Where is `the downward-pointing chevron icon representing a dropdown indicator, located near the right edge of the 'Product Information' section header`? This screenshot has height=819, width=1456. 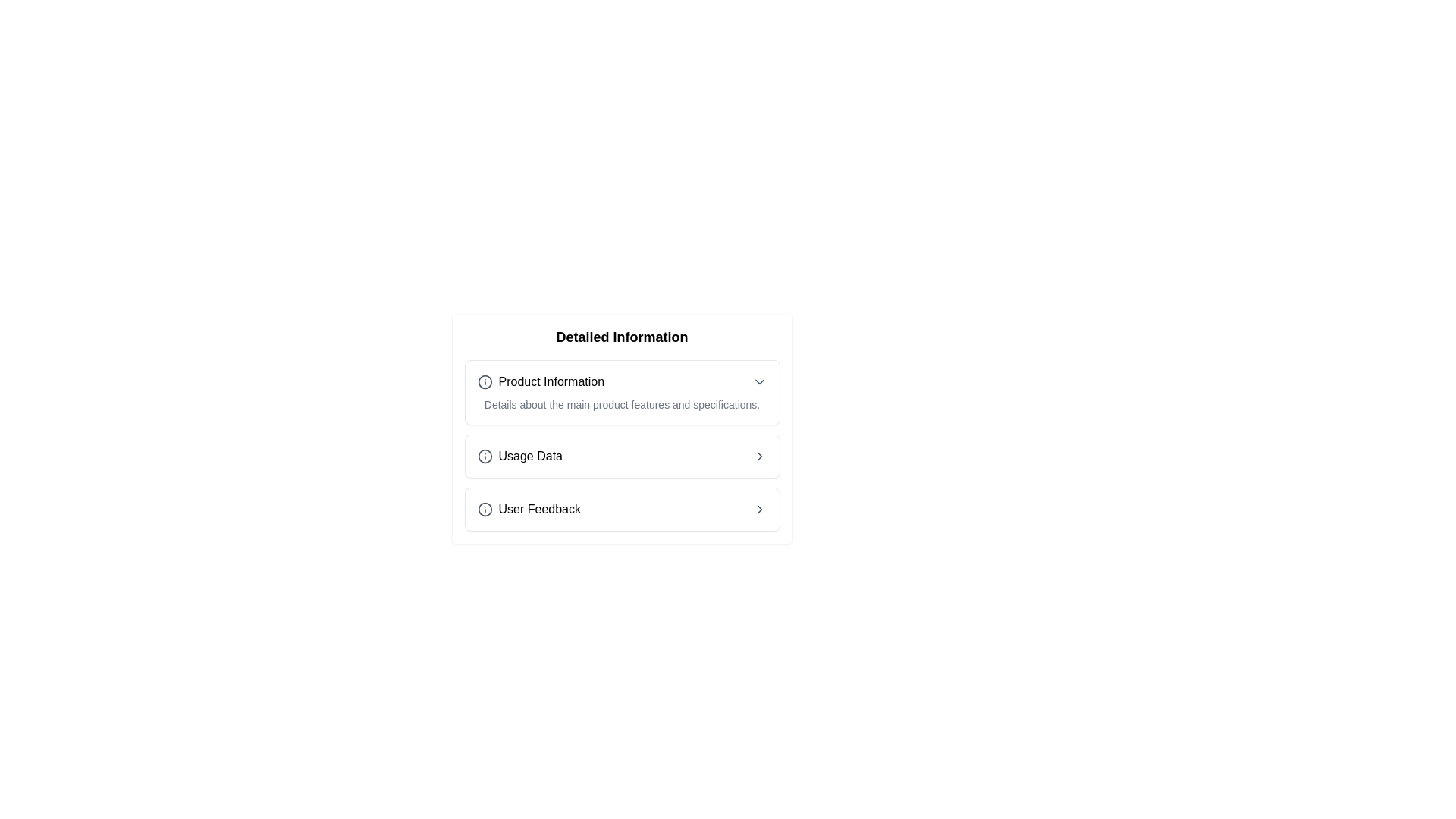
the downward-pointing chevron icon representing a dropdown indicator, located near the right edge of the 'Product Information' section header is located at coordinates (759, 381).